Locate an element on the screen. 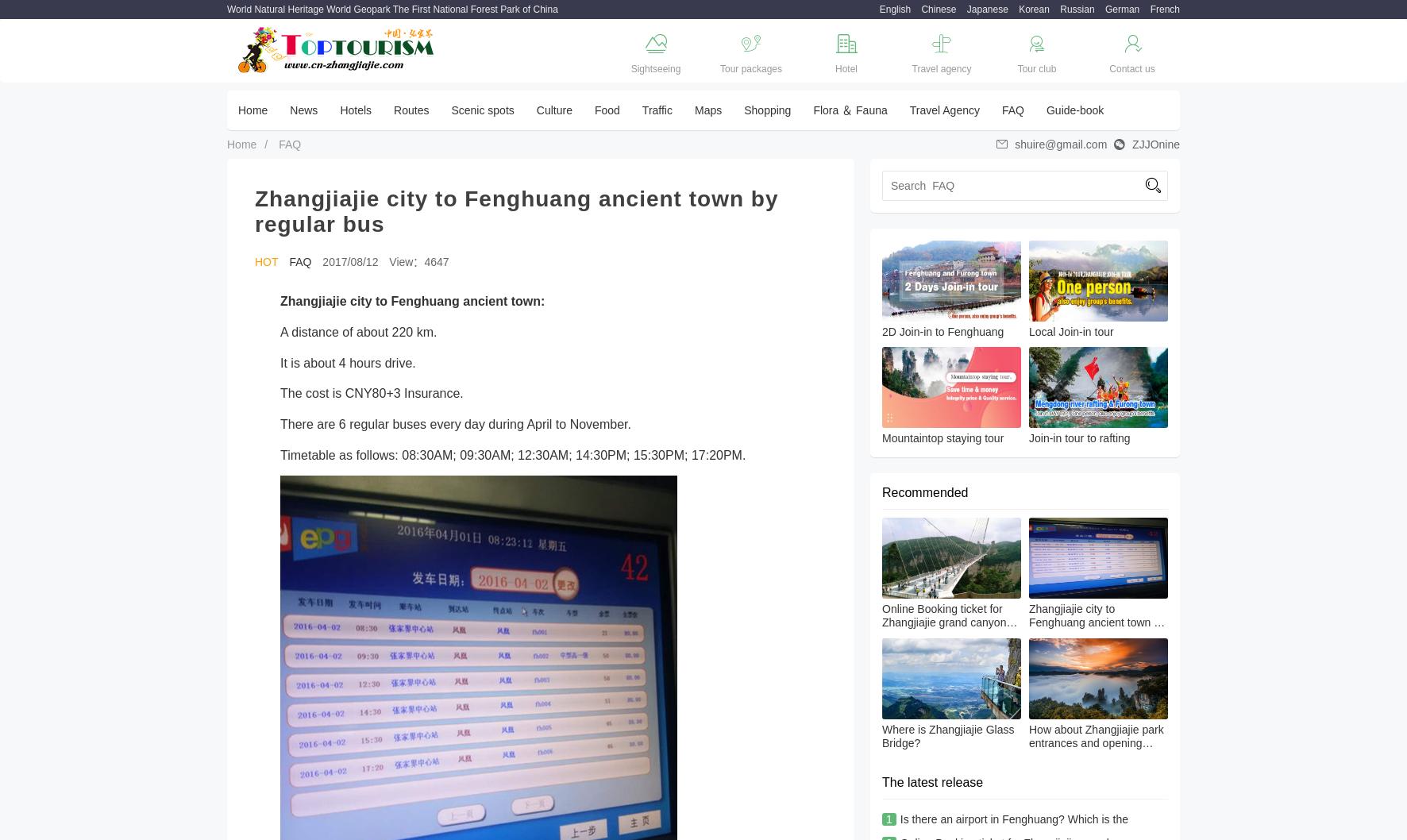 The width and height of the screenshot is (1407, 840). 'Home' is located at coordinates (252, 110).